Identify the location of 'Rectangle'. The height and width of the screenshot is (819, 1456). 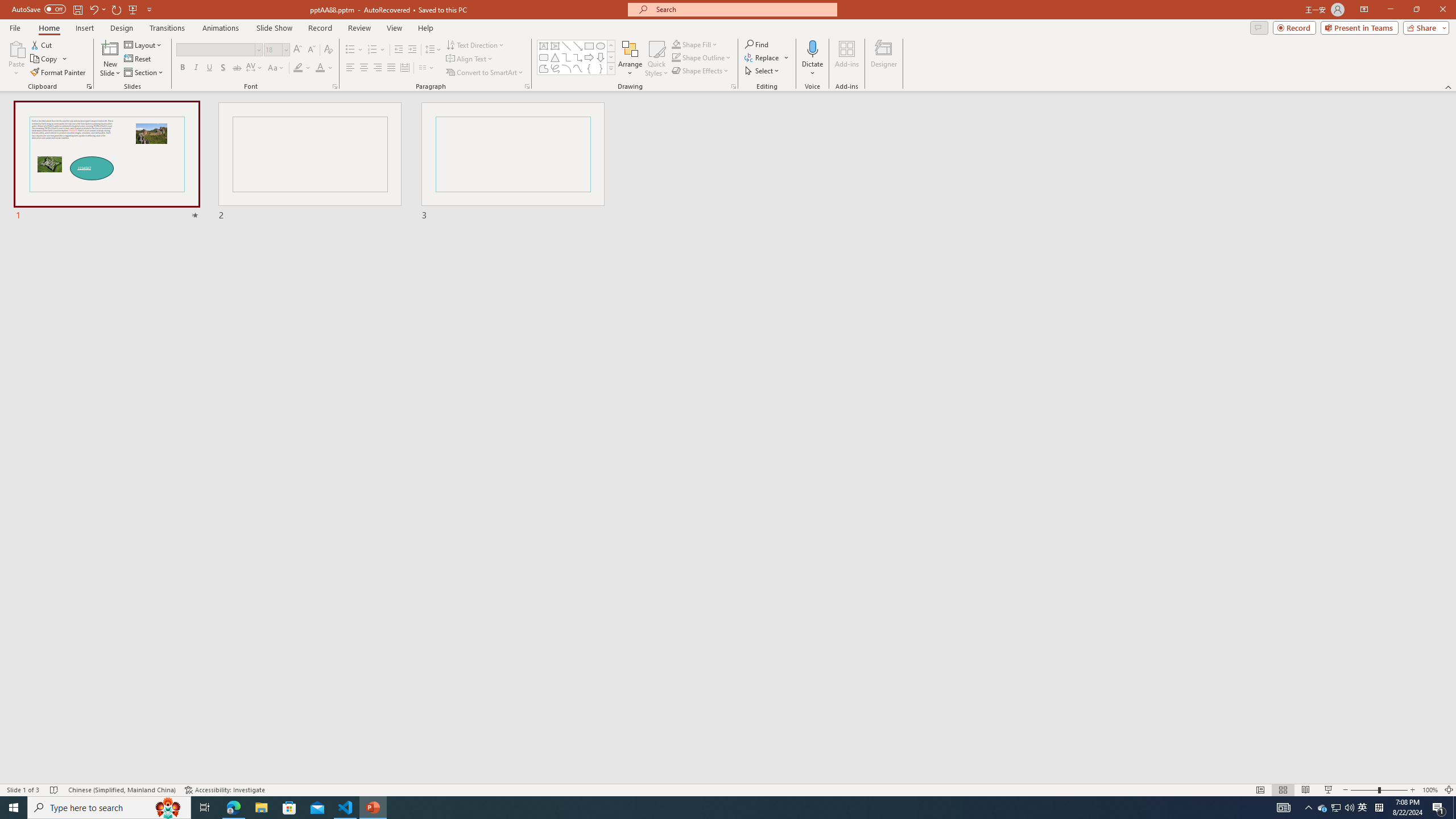
(589, 45).